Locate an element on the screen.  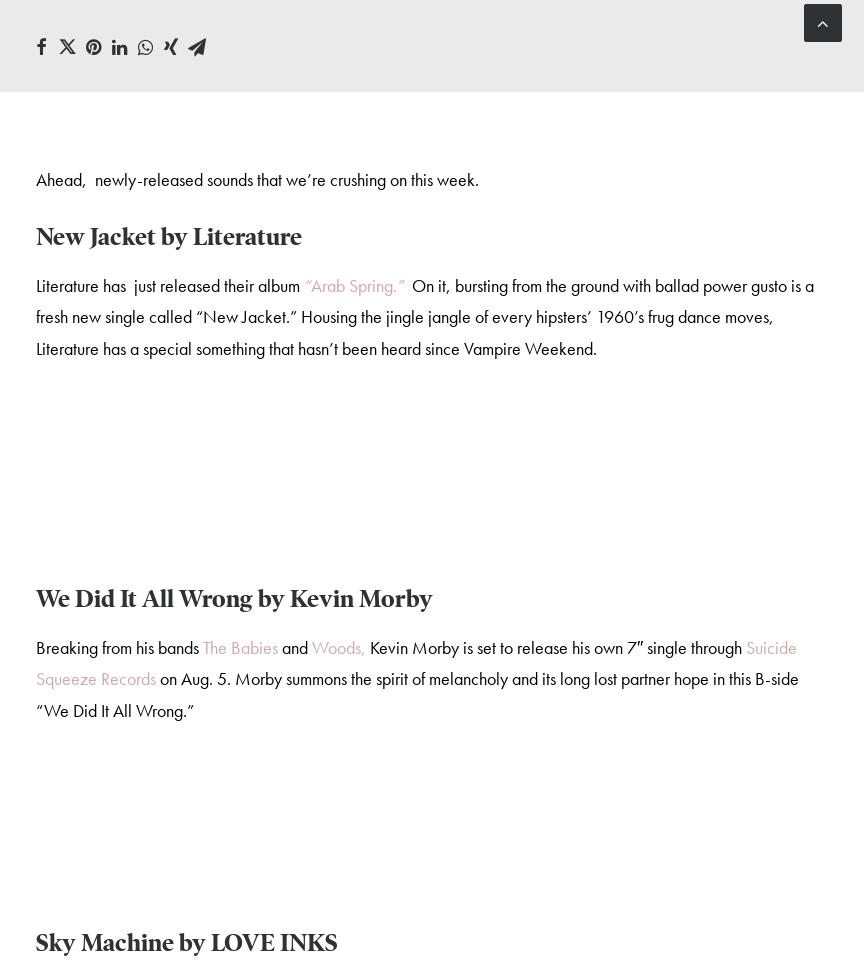
'Arab Spring.' is located at coordinates (311, 287).